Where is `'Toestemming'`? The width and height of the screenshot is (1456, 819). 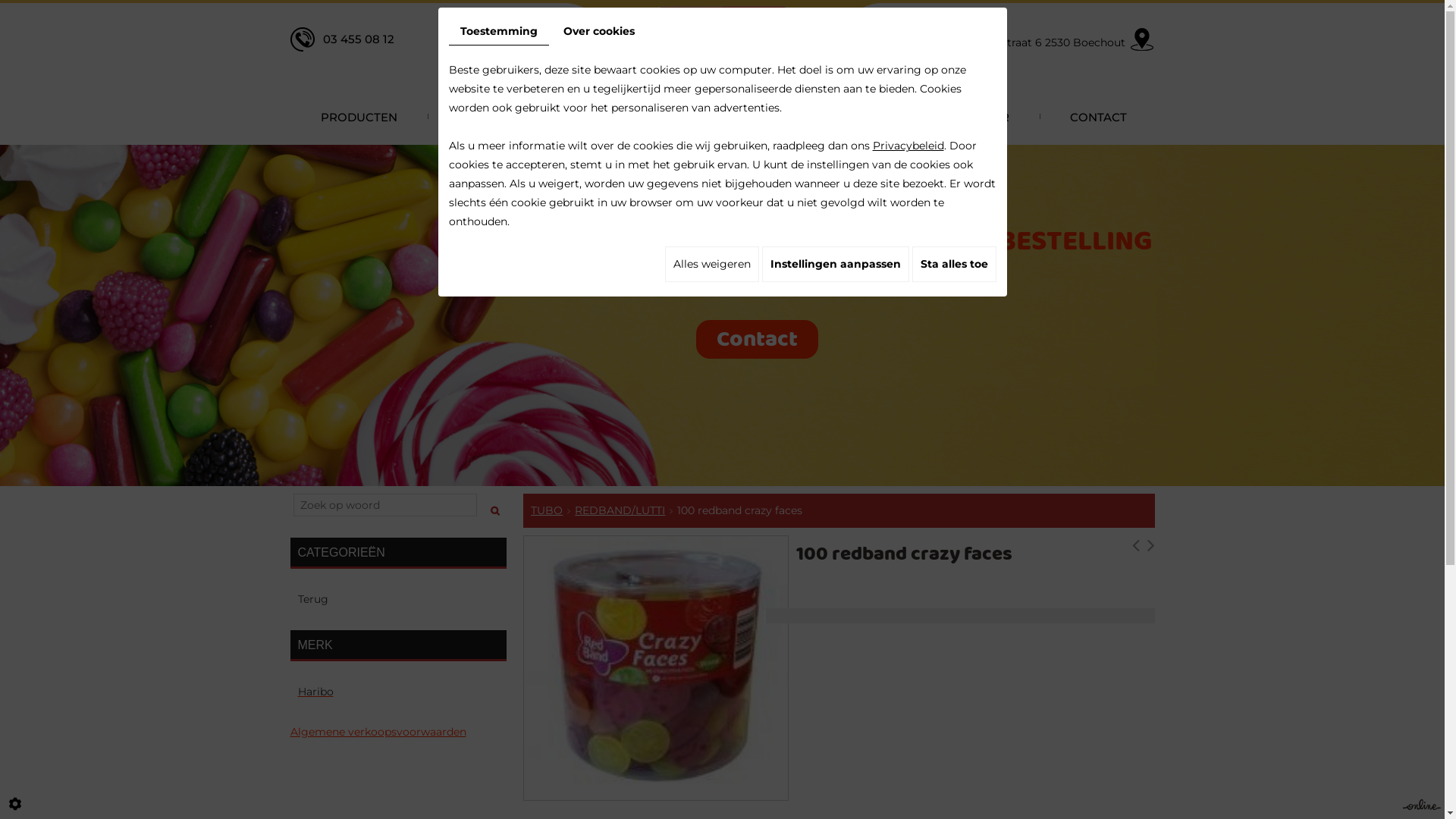 'Toestemming' is located at coordinates (498, 32).